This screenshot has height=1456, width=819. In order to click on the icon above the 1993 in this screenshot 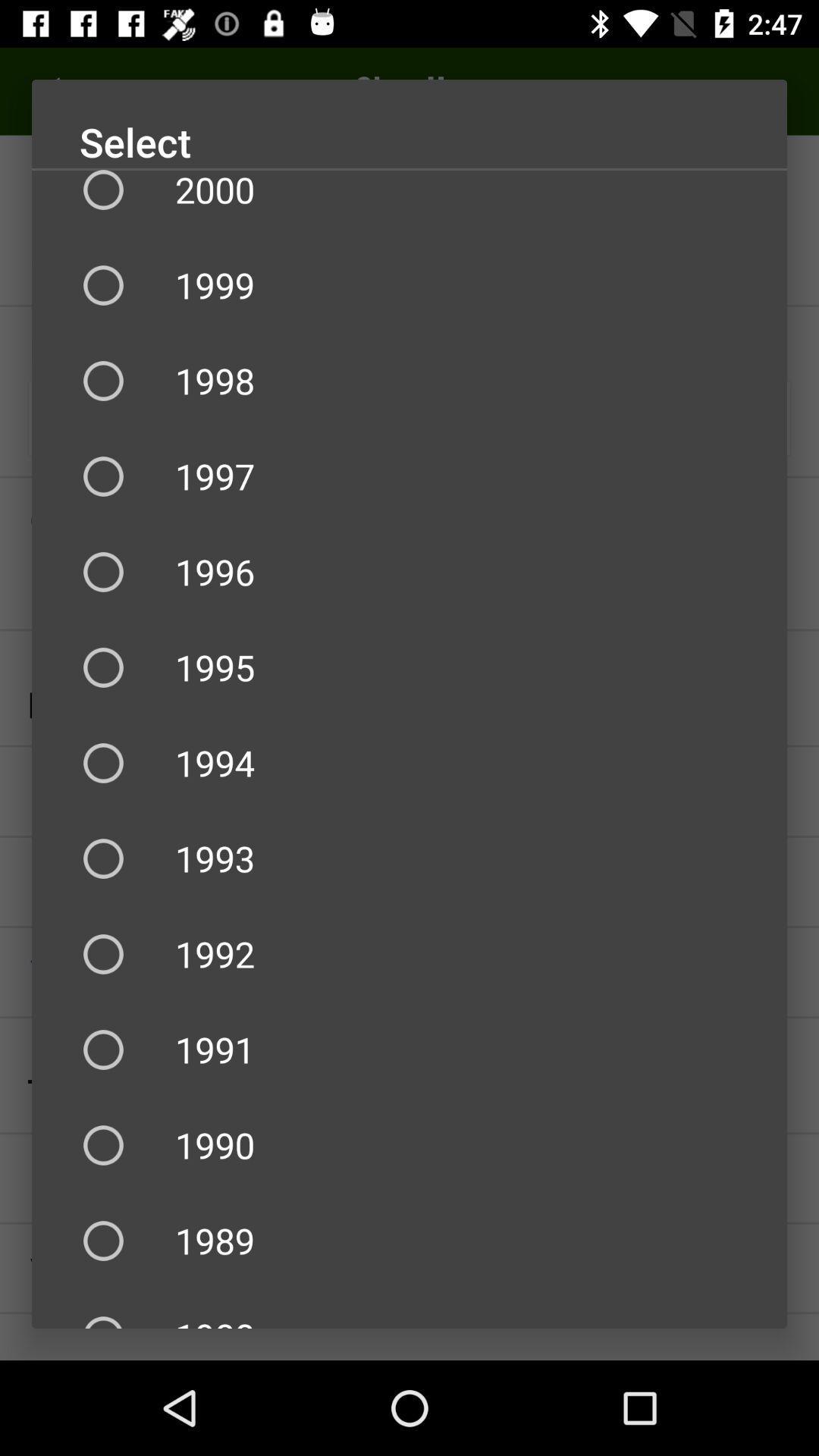, I will do `click(409, 763)`.